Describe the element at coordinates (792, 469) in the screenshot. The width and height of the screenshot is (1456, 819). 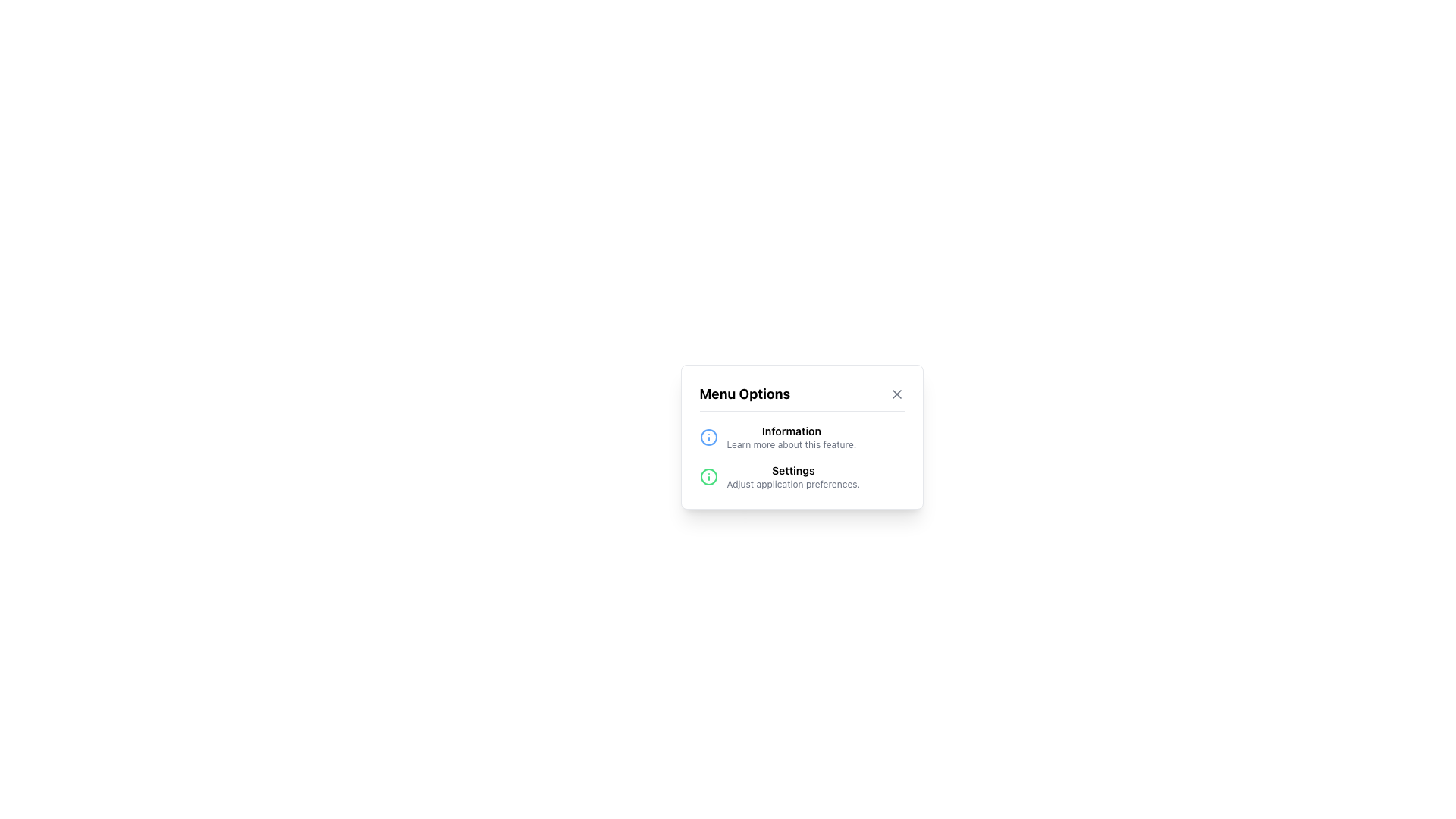
I see `the 'Settings' text label, which is bolded and slightly larger than neighboring text, displayed in dark gray against a light background, centrally located below the 'Menu Options' heading` at that location.